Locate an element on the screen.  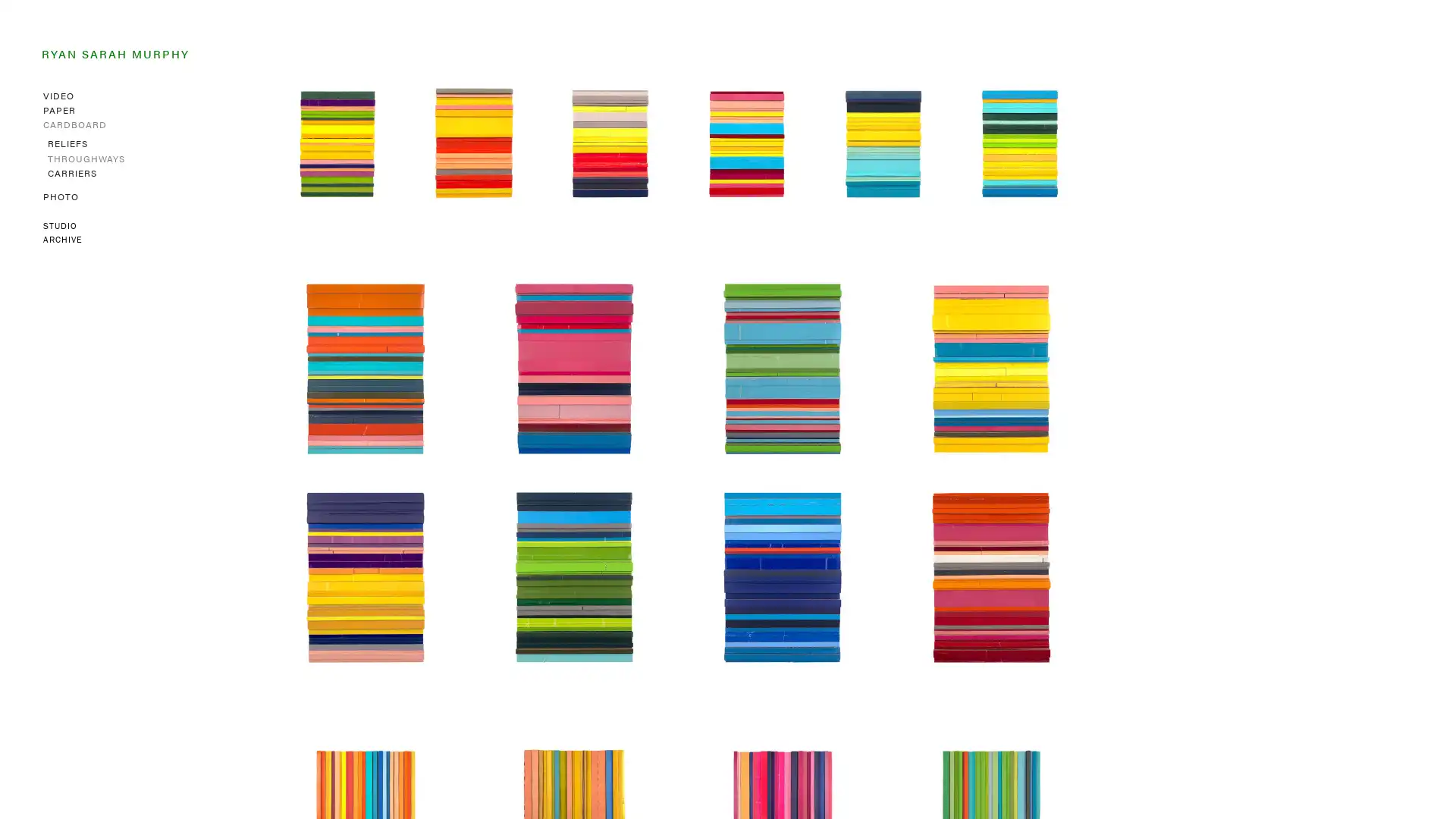
View fullsize Throughway - Lime (Phase) , 2020 Unpainted cardboard and glue on Arches paper 11 x 7.5 inches is located at coordinates (783, 369).